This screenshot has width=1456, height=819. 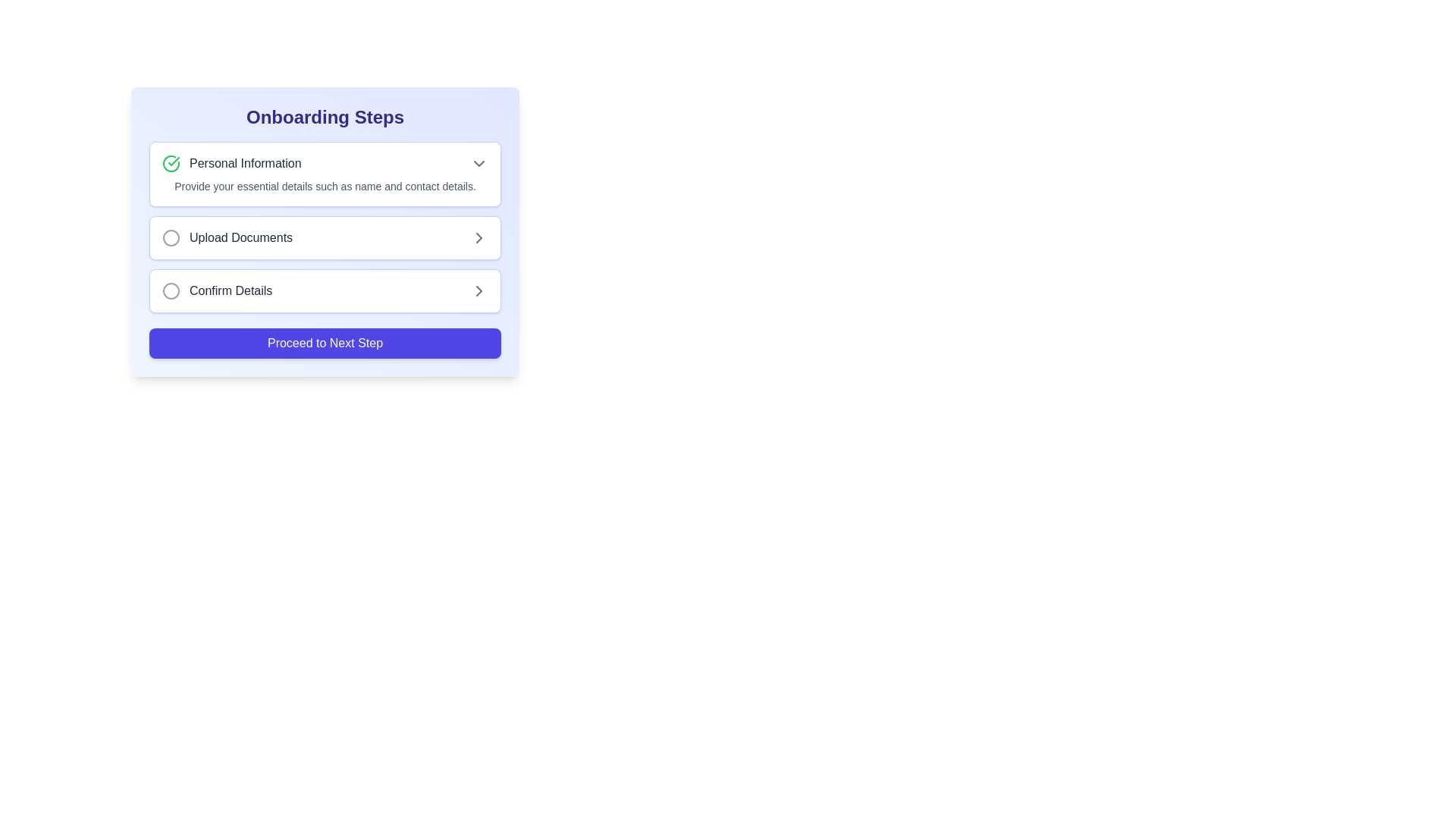 I want to click on the right-facing gray chevron icon located at the far-right side of the 'Upload Documents' section to proceed or expand, so click(x=479, y=237).